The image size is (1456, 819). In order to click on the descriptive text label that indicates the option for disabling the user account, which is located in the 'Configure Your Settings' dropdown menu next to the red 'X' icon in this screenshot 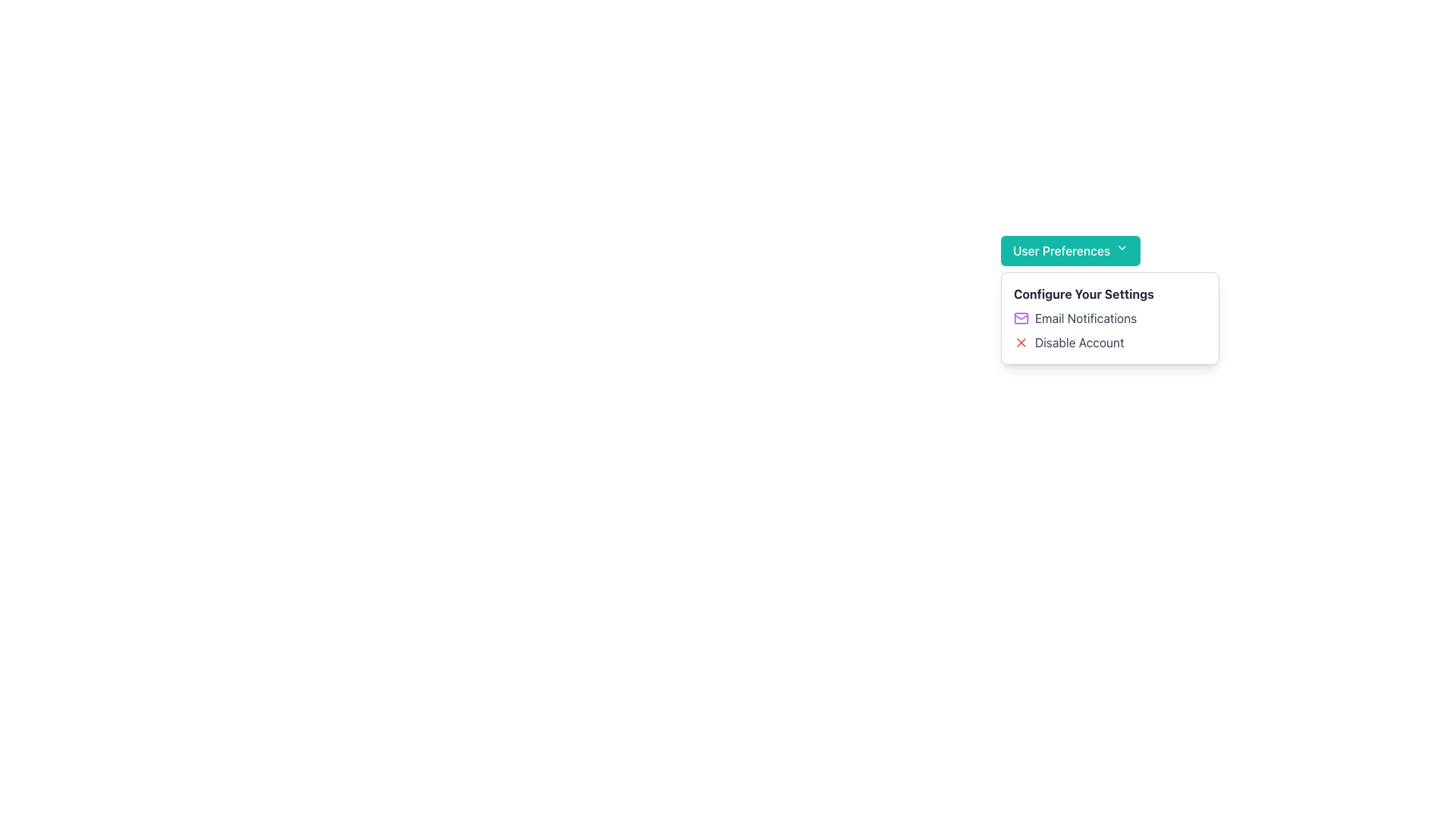, I will do `click(1078, 342)`.